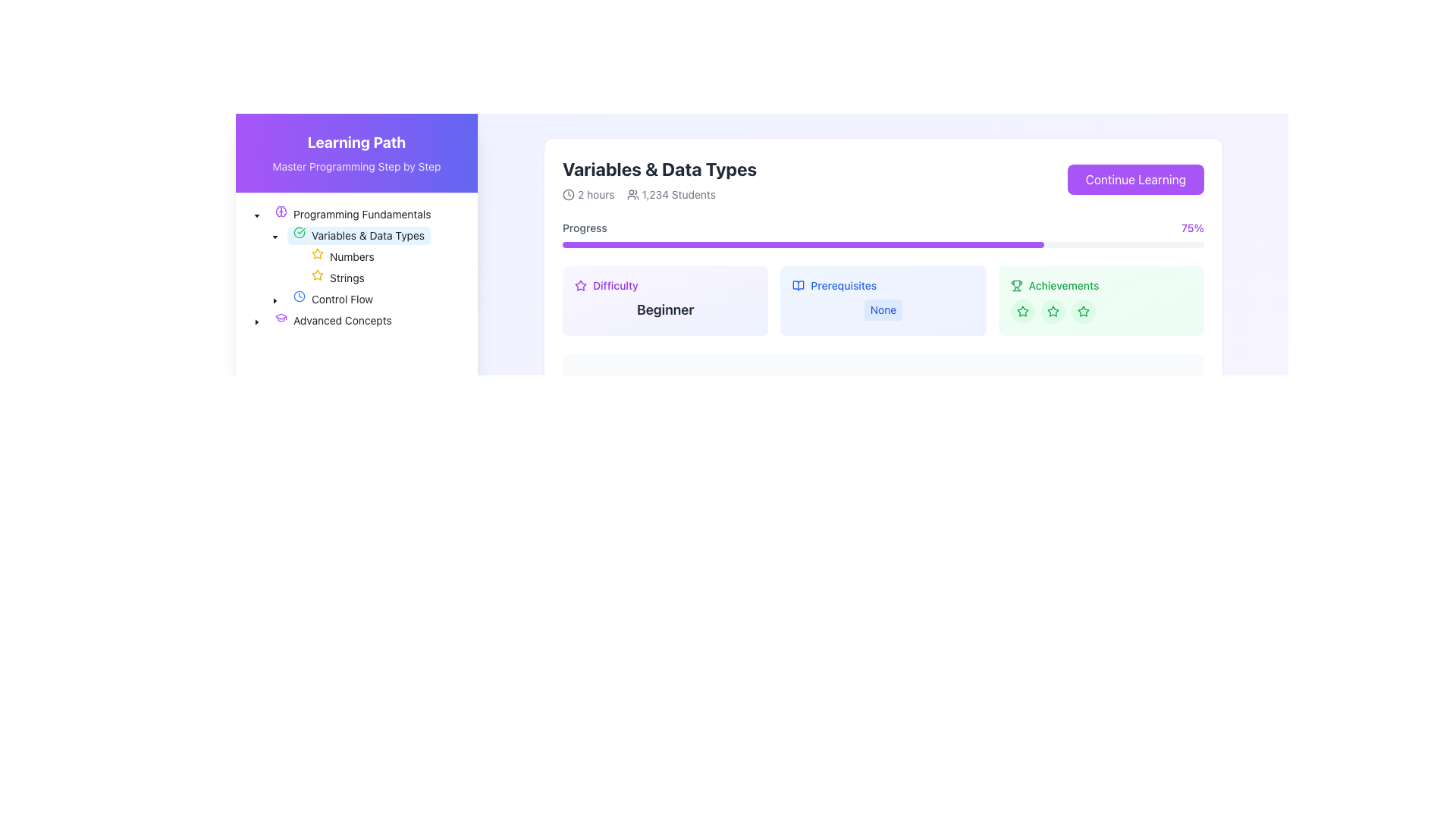 The height and width of the screenshot is (819, 1456). Describe the element at coordinates (302, 236) in the screenshot. I see `the circular icon with a green border and a checkmark located to the left of 'Variables & Data Types' in the navigation list` at that location.